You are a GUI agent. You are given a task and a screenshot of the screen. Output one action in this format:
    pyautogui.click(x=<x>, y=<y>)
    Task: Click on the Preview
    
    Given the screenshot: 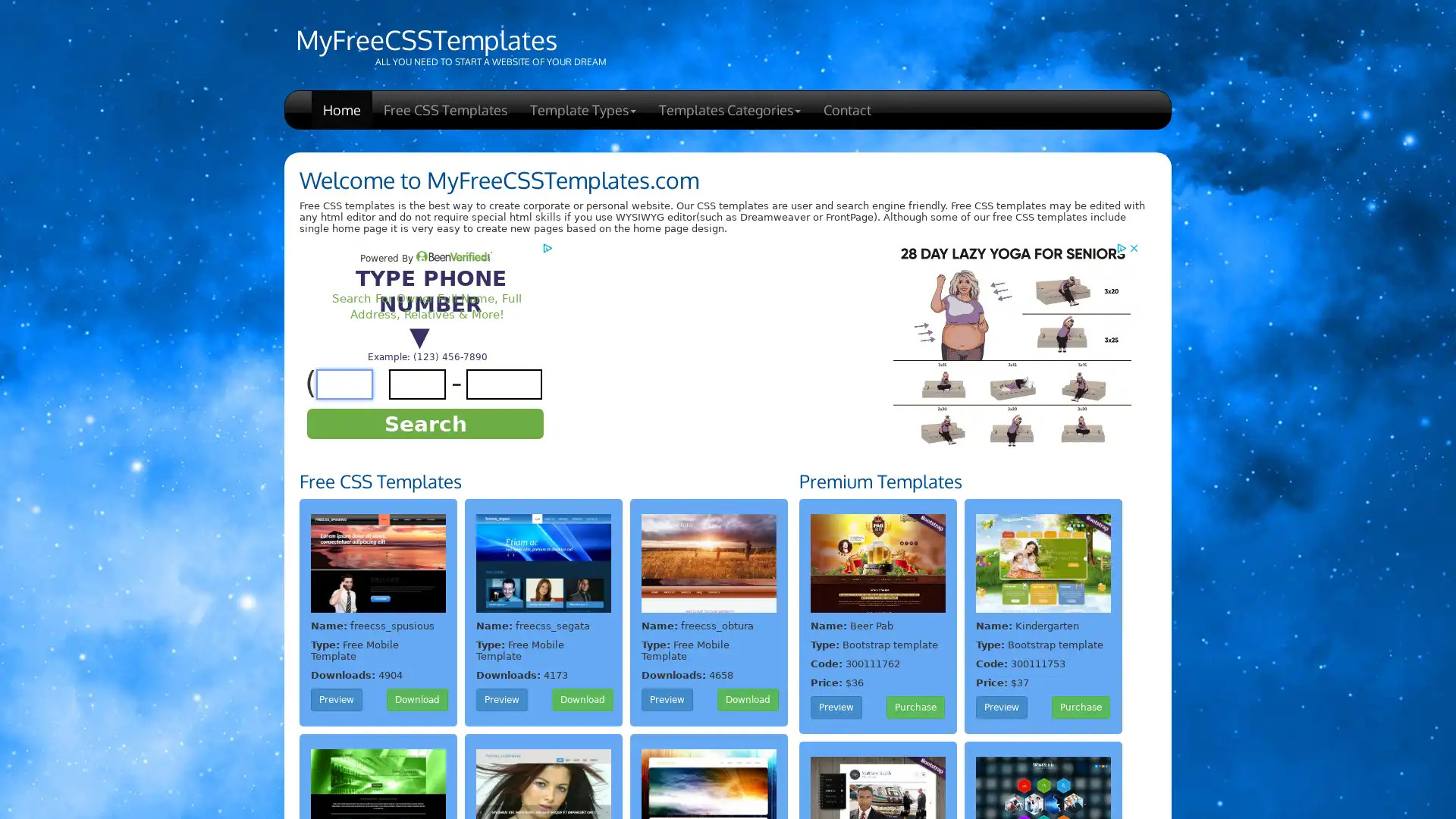 What is the action you would take?
    pyautogui.click(x=1001, y=708)
    